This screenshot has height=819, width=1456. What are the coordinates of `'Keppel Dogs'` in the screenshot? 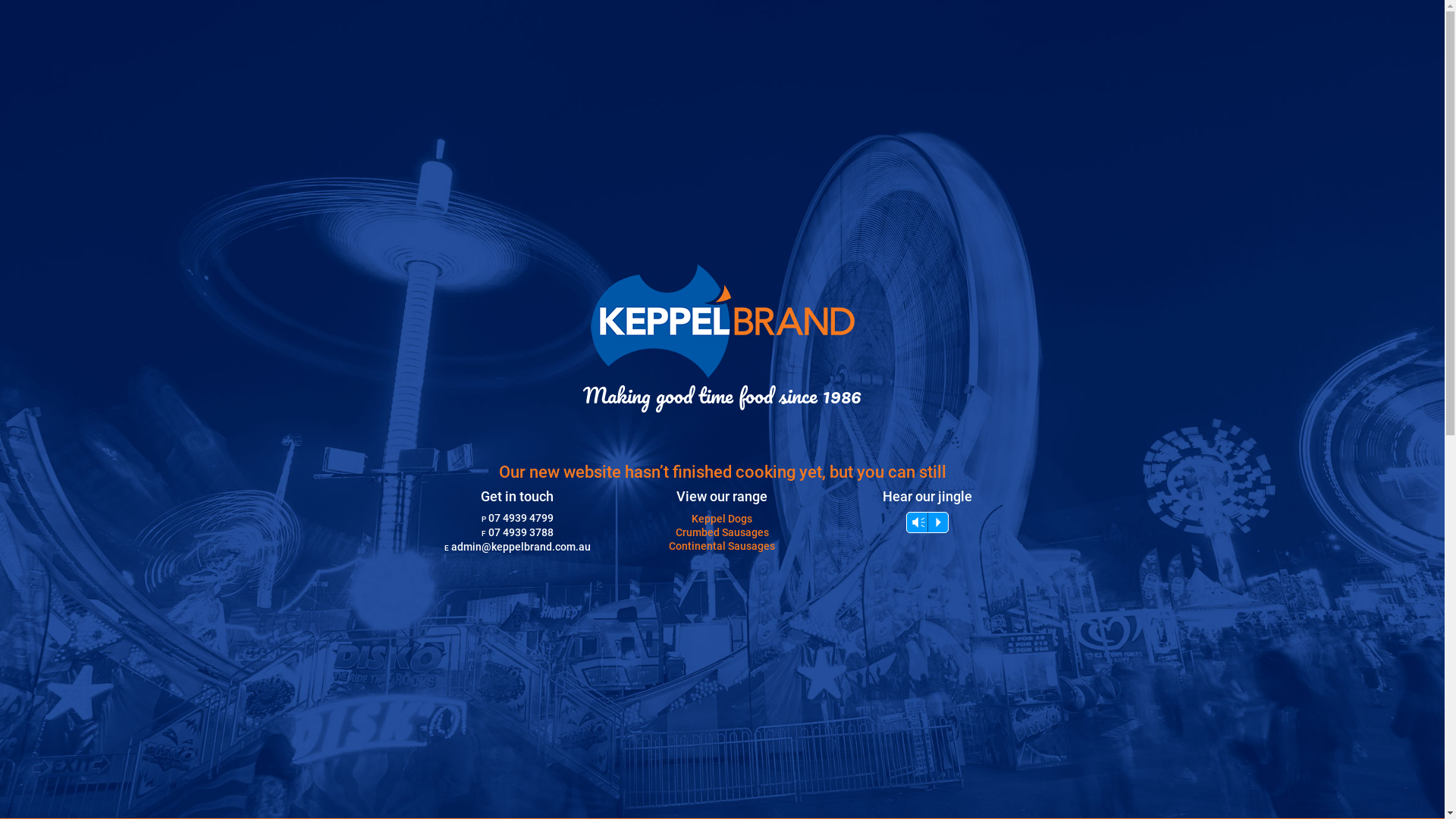 It's located at (720, 517).